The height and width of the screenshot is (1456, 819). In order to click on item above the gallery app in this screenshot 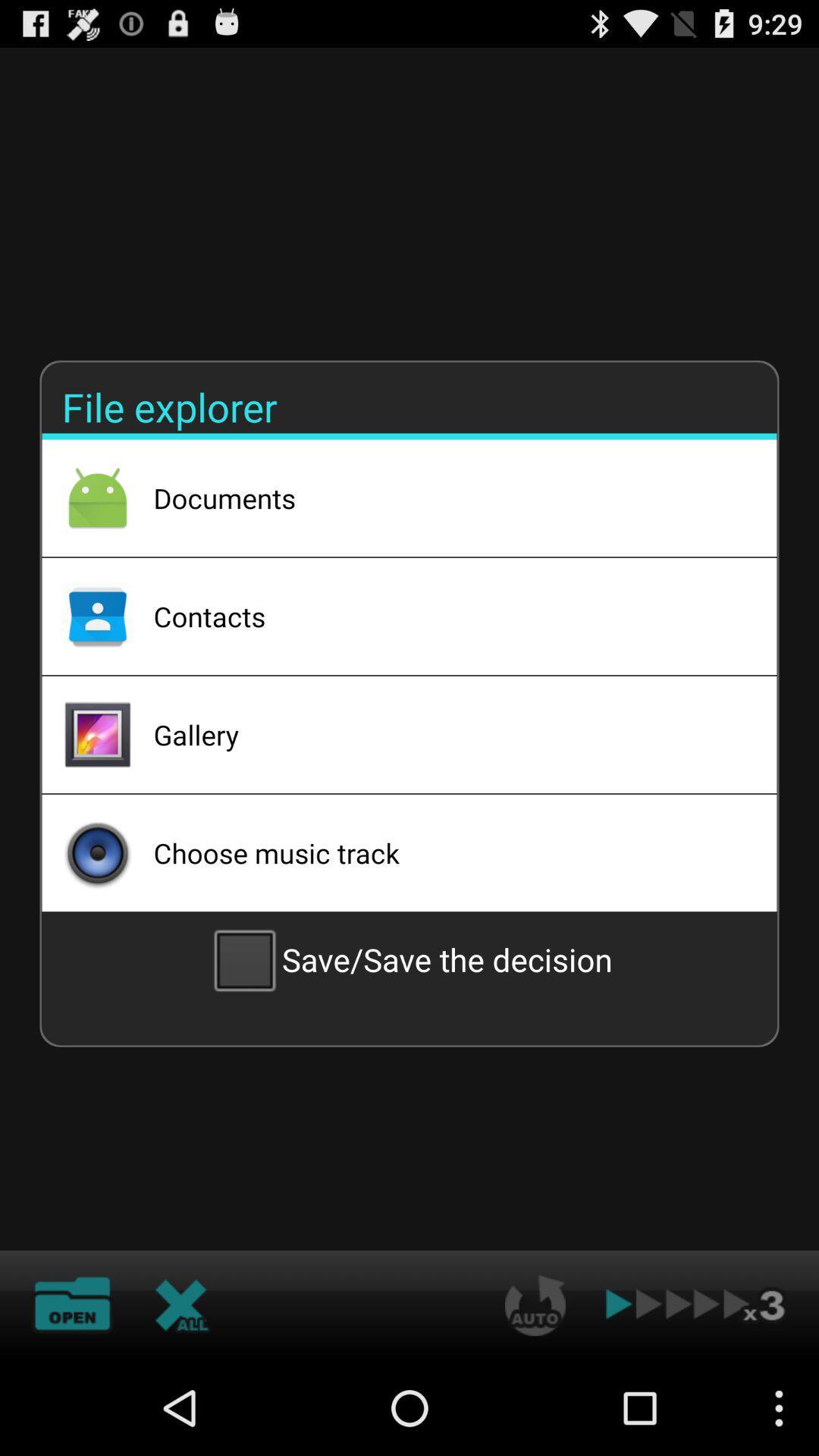, I will do `click(444, 616)`.